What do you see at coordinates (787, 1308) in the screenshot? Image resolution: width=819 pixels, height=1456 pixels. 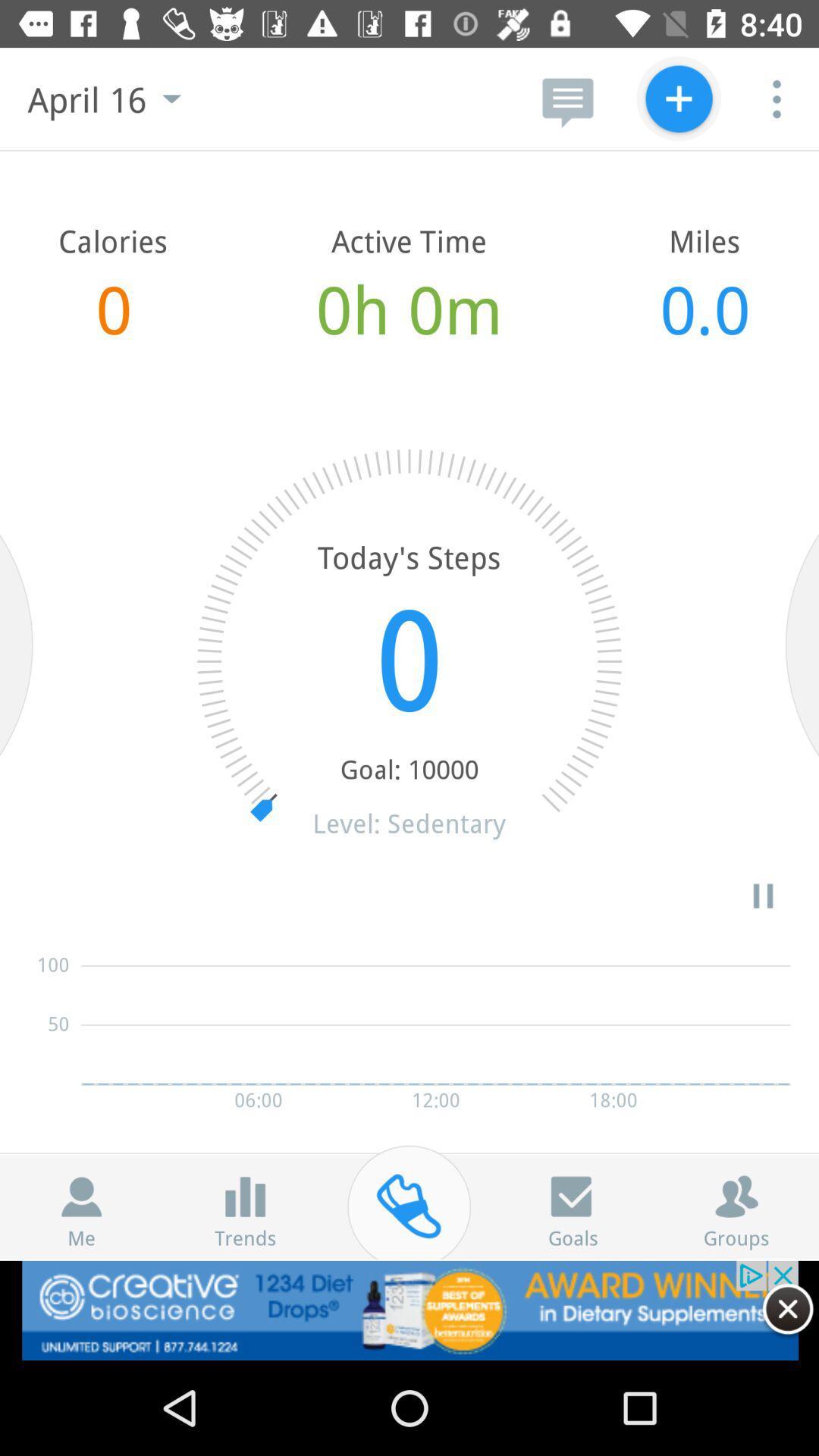 I see `the close icon` at bounding box center [787, 1308].